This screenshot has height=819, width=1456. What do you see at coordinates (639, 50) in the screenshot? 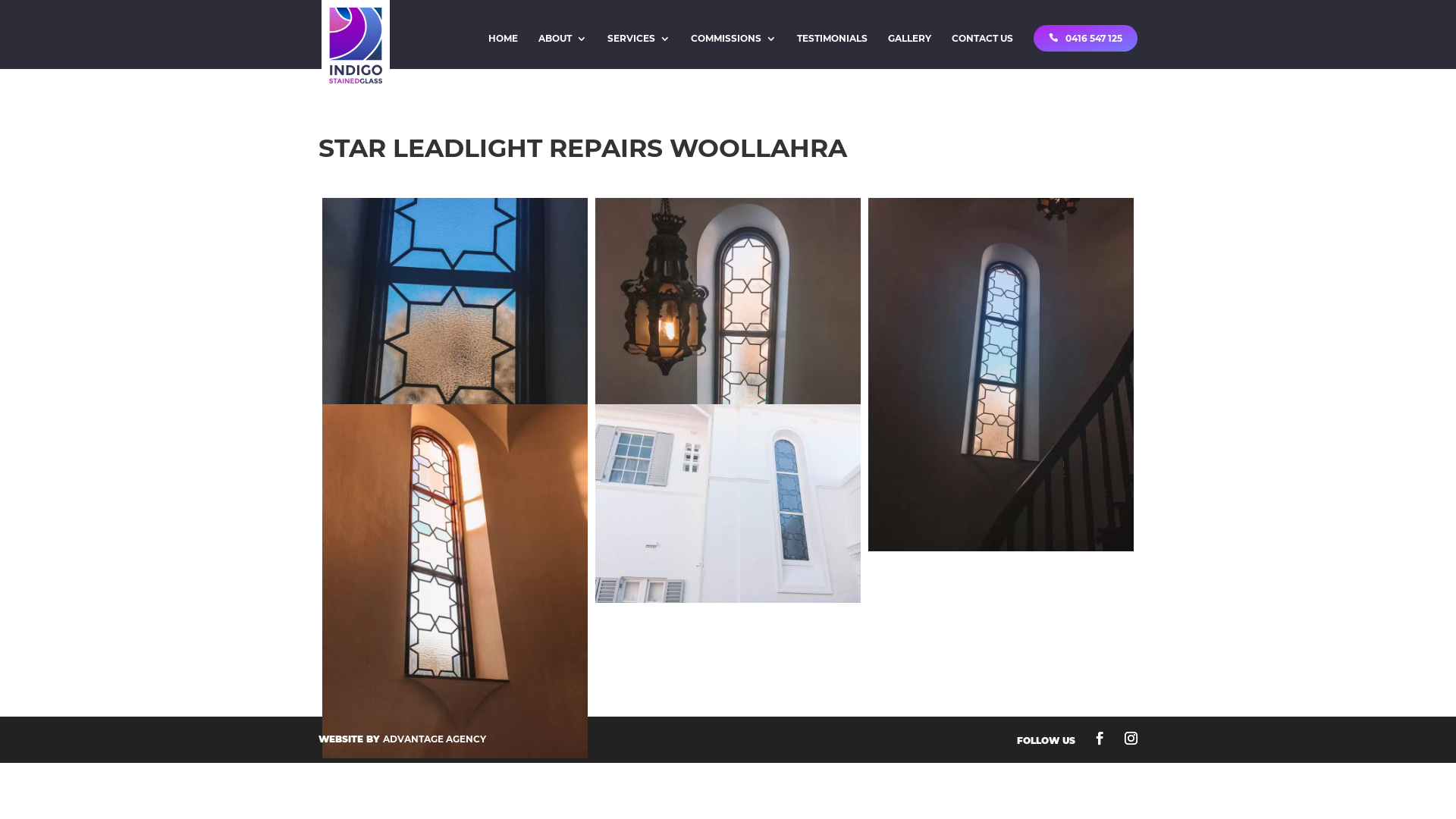
I see `'SERVICES'` at bounding box center [639, 50].